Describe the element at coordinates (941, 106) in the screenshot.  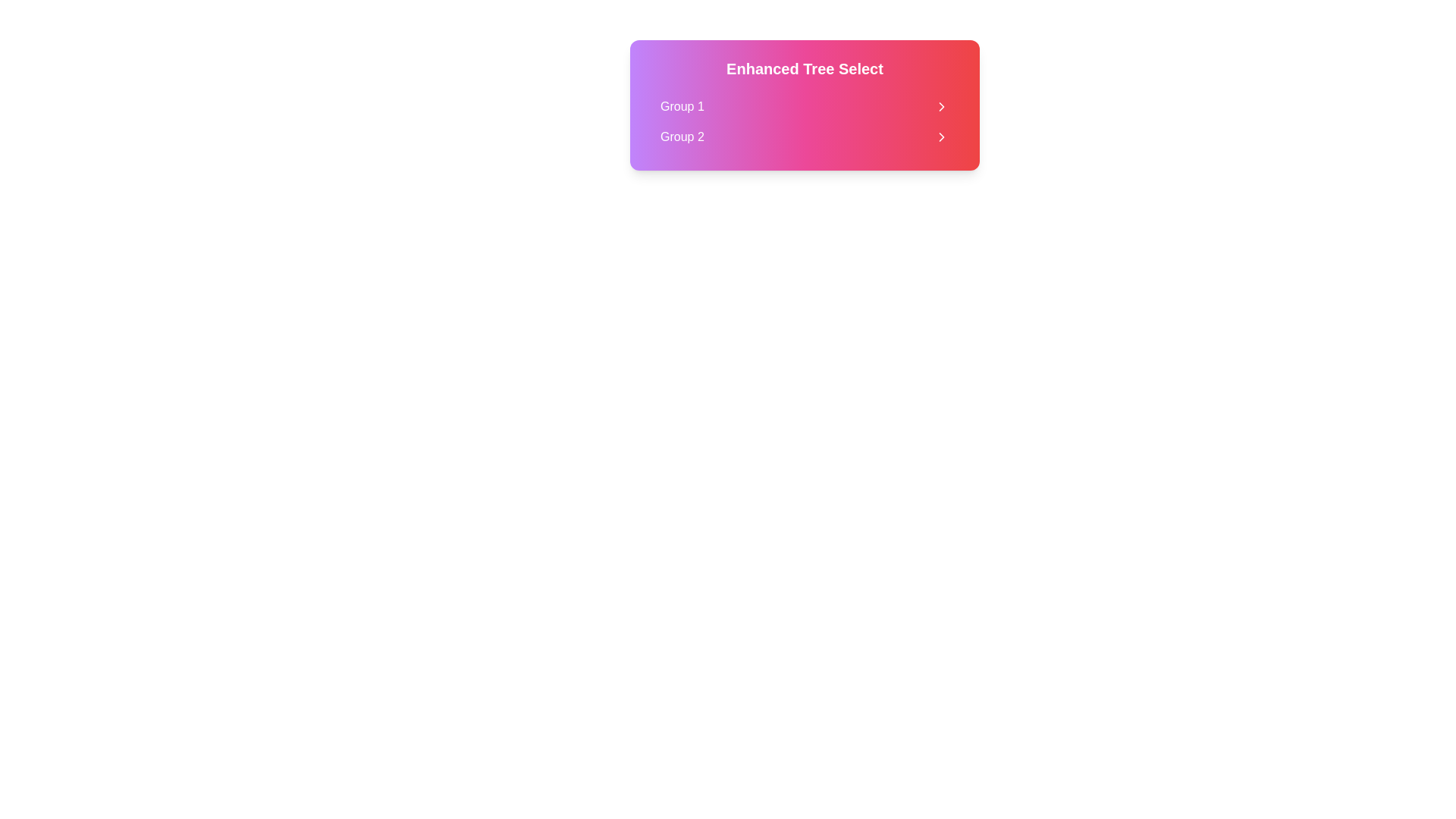
I see `the right-facing chevron icon located next to the 'Enhanced Tree Select' text to check for additional effects` at that location.